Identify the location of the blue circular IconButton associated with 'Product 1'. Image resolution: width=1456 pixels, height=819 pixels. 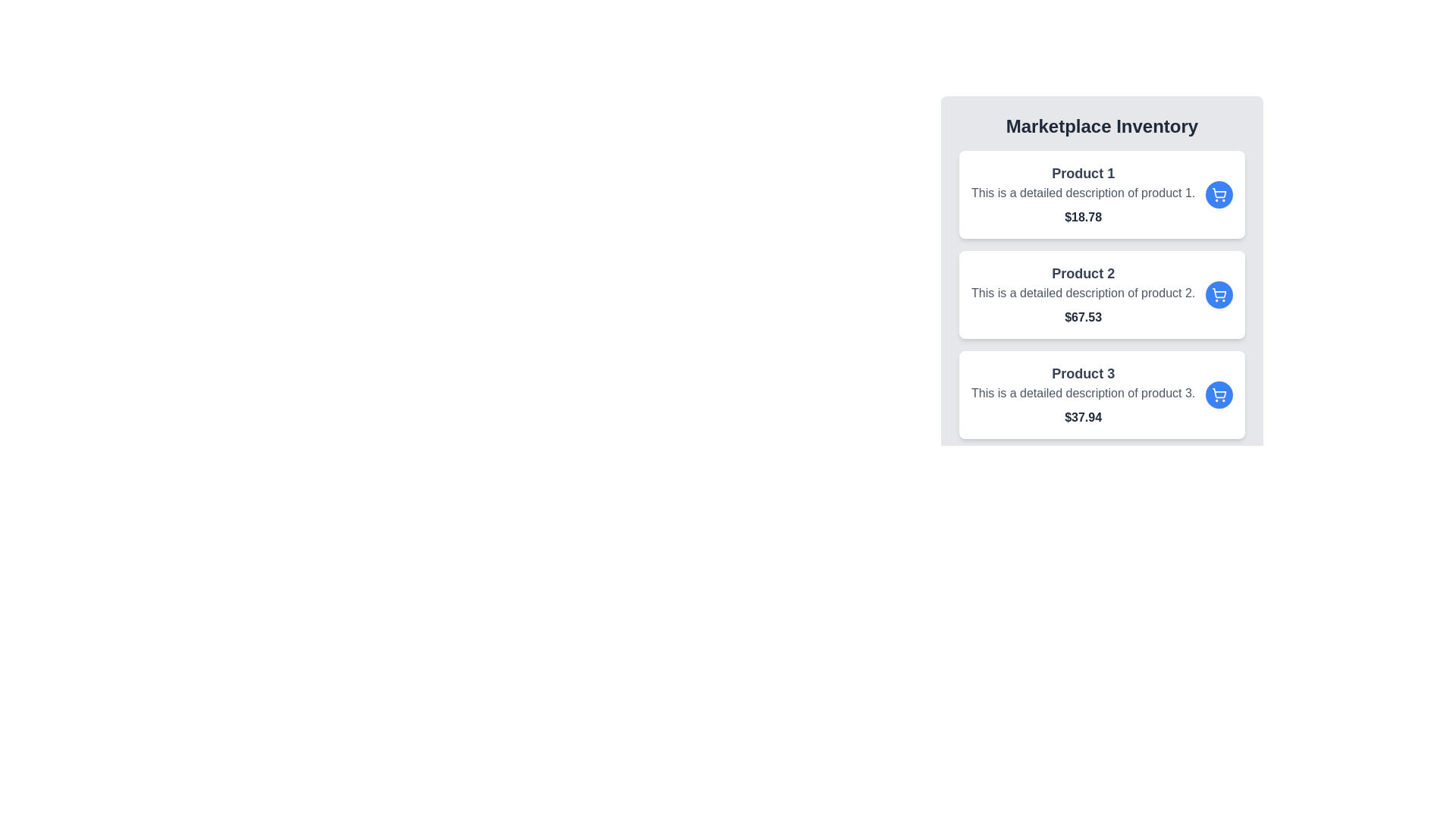
(1219, 194).